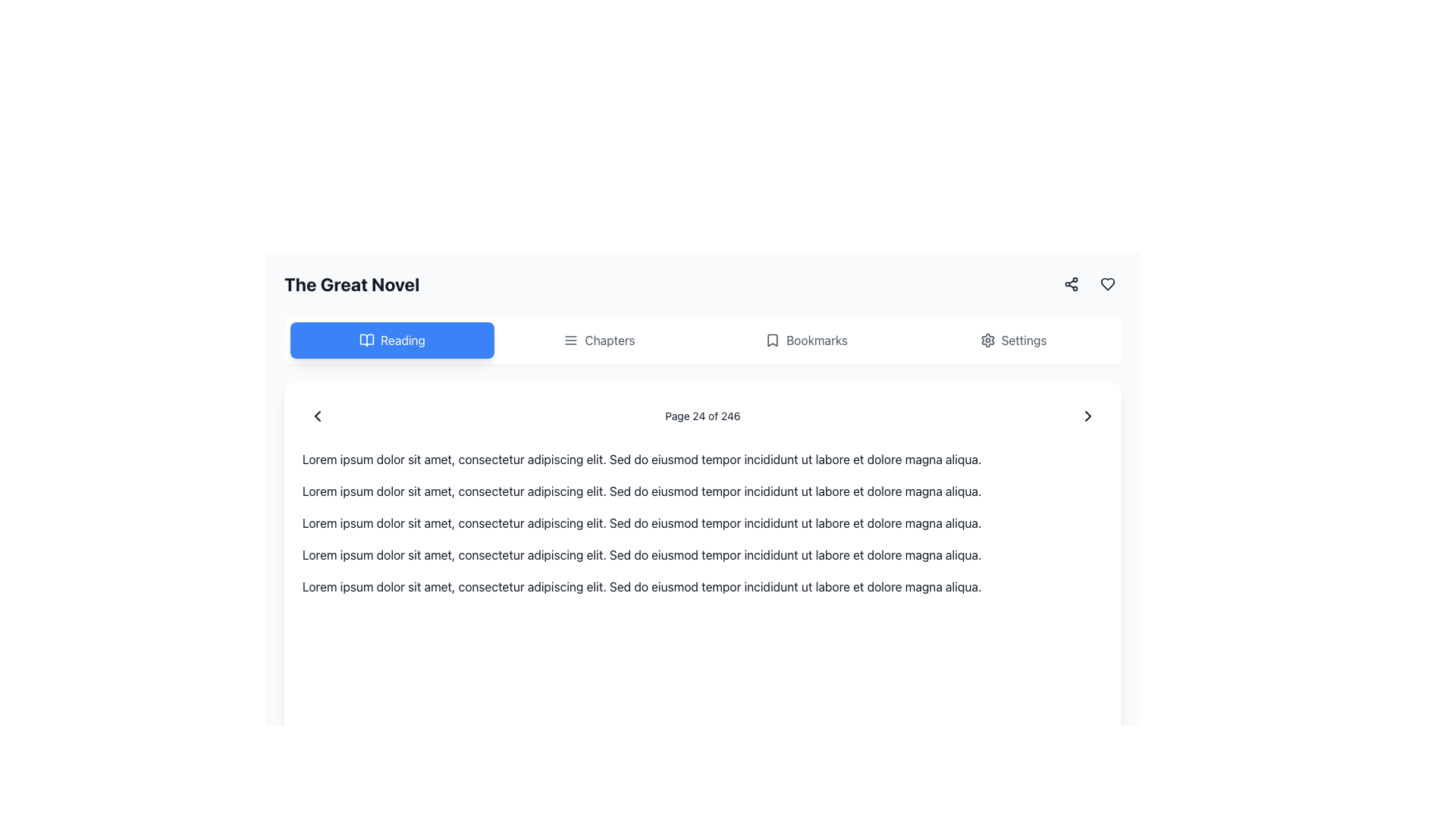  I want to click on the 'Settings' button located in the menu bar at the top right, featuring a gear icon and rounded corners, so click(1013, 339).